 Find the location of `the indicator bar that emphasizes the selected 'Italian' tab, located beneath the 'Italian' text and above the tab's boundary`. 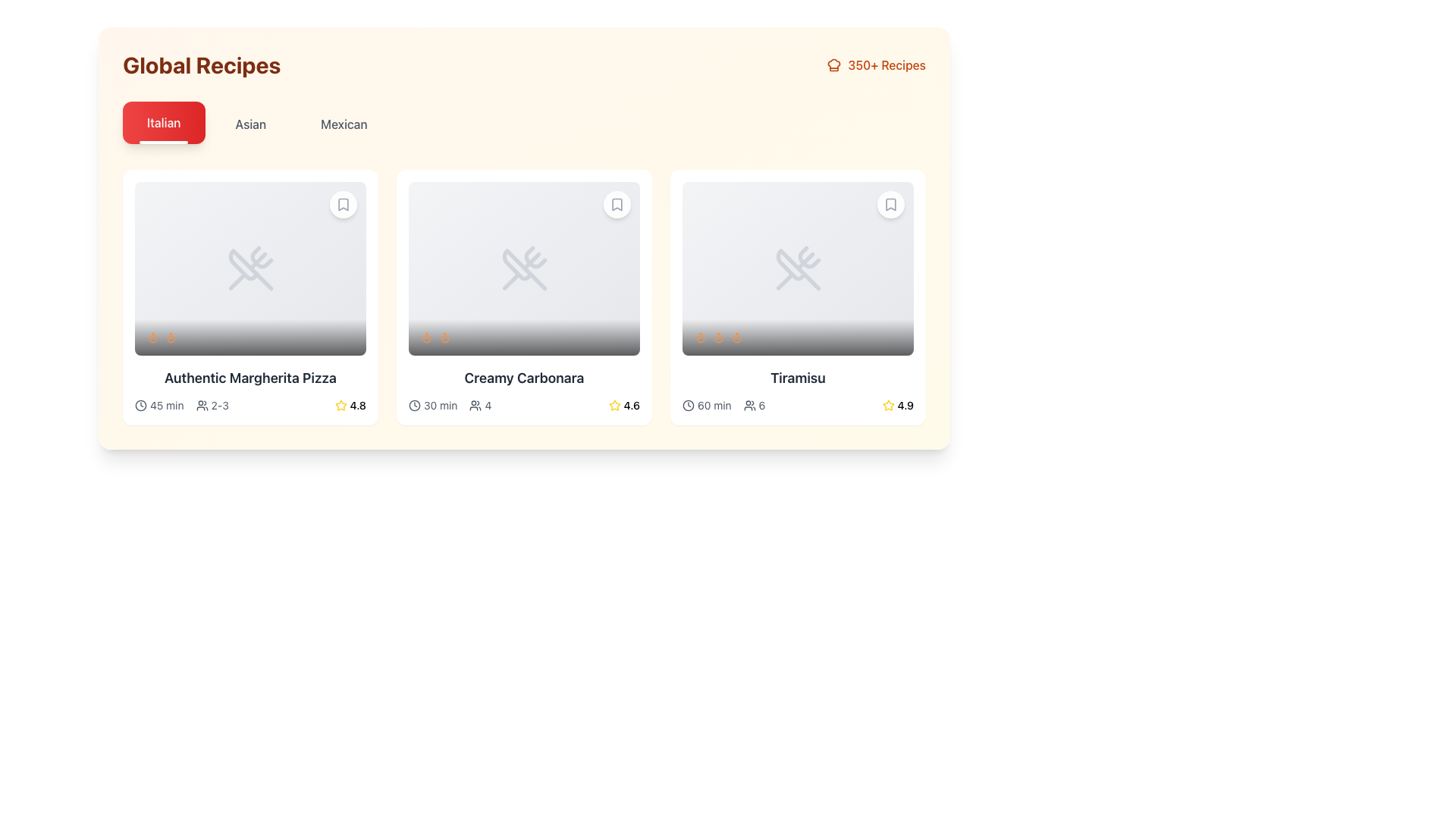

the indicator bar that emphasizes the selected 'Italian' tab, located beneath the 'Italian' text and above the tab's boundary is located at coordinates (164, 143).